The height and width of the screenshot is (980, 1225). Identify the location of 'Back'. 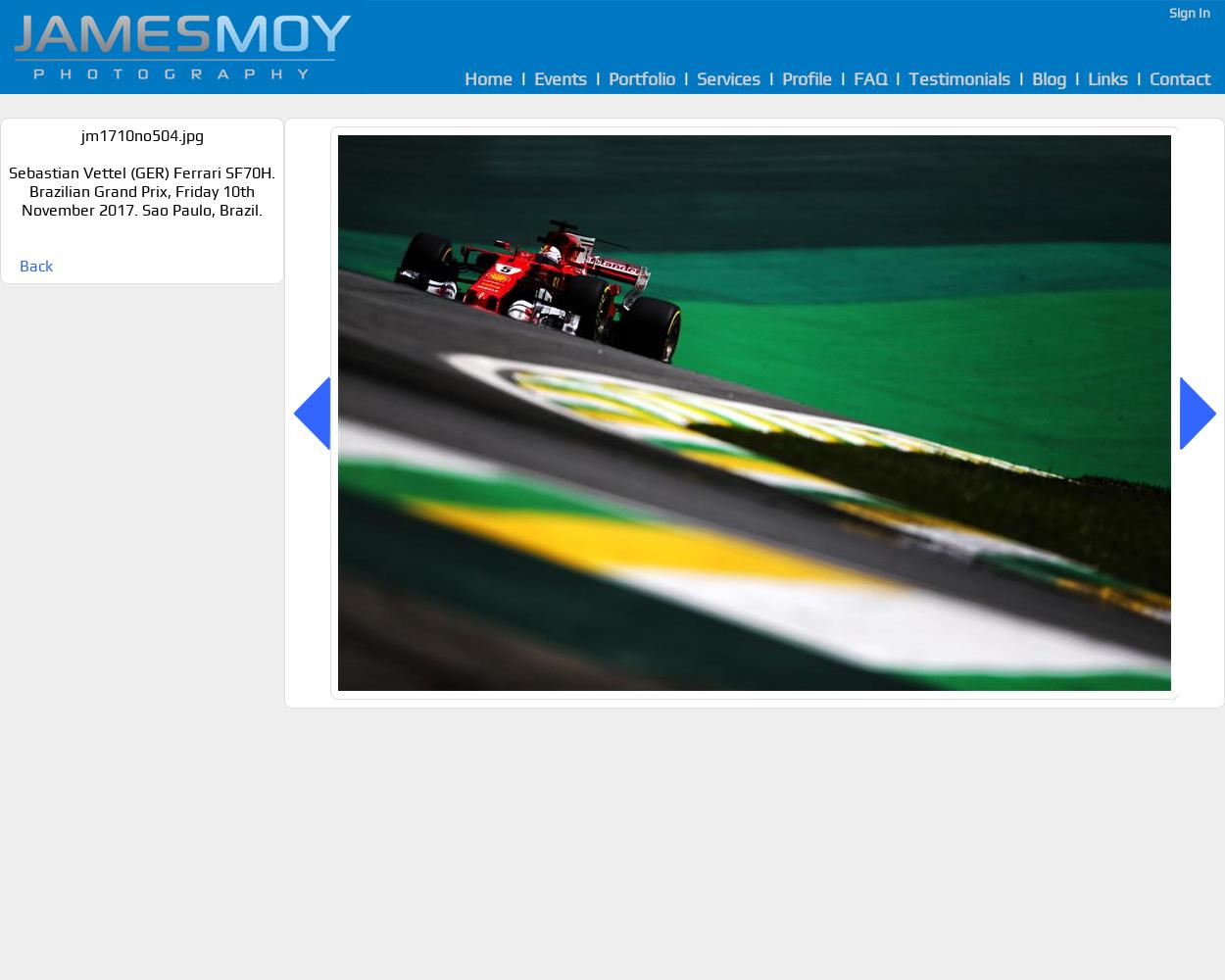
(20, 266).